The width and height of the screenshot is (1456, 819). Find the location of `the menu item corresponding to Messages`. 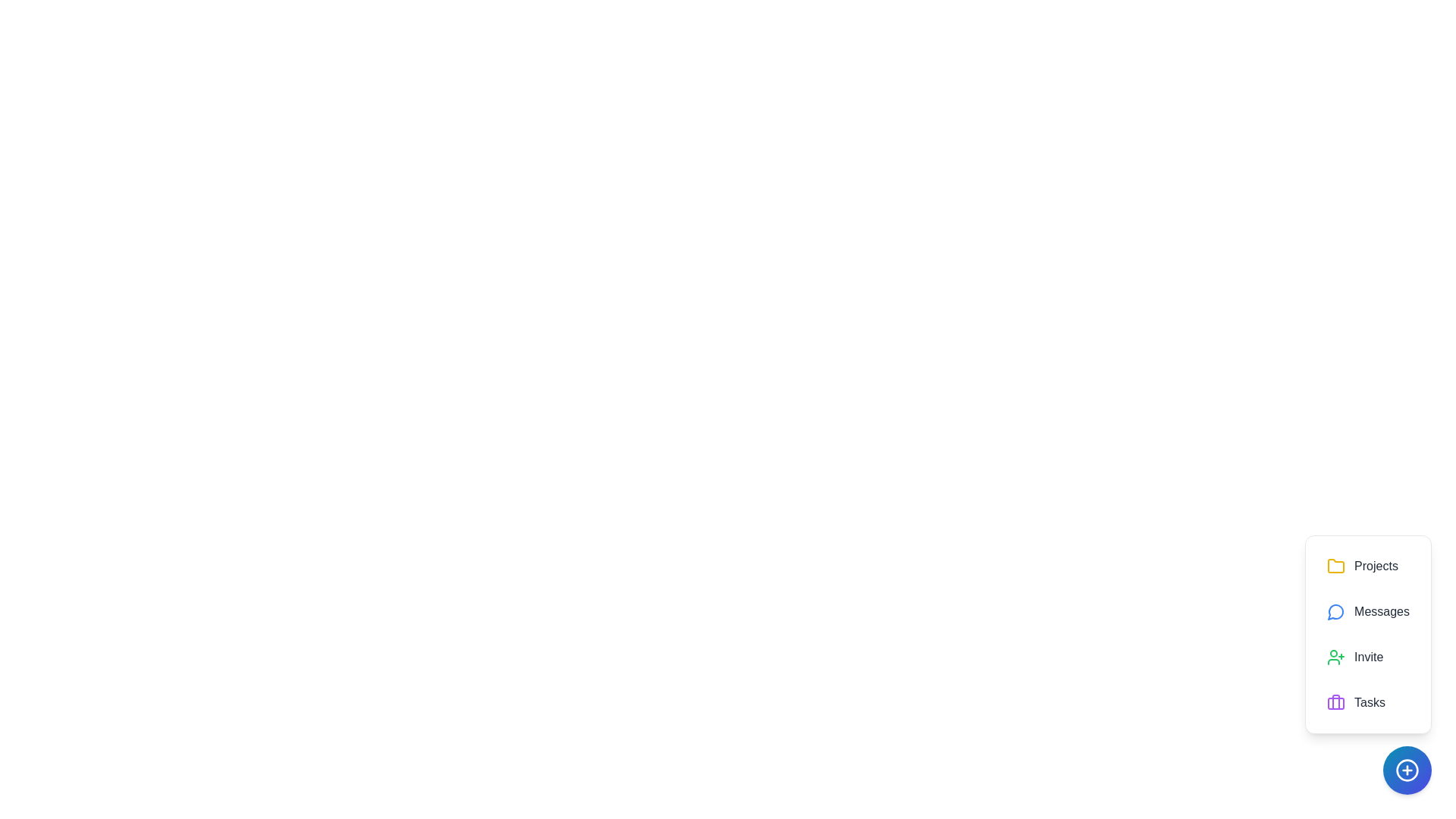

the menu item corresponding to Messages is located at coordinates (1368, 610).